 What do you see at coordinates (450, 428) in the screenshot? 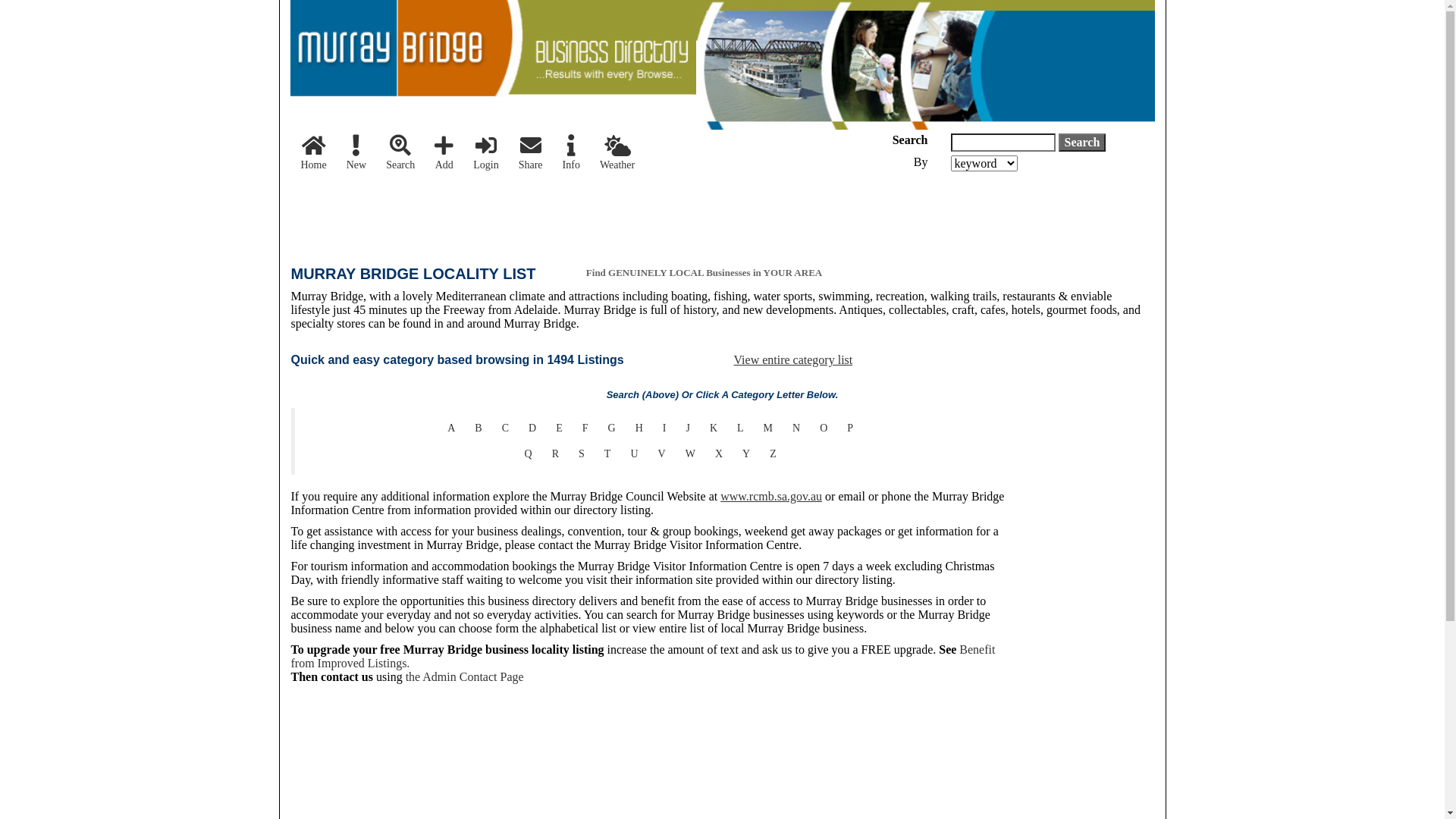
I see `'A'` at bounding box center [450, 428].